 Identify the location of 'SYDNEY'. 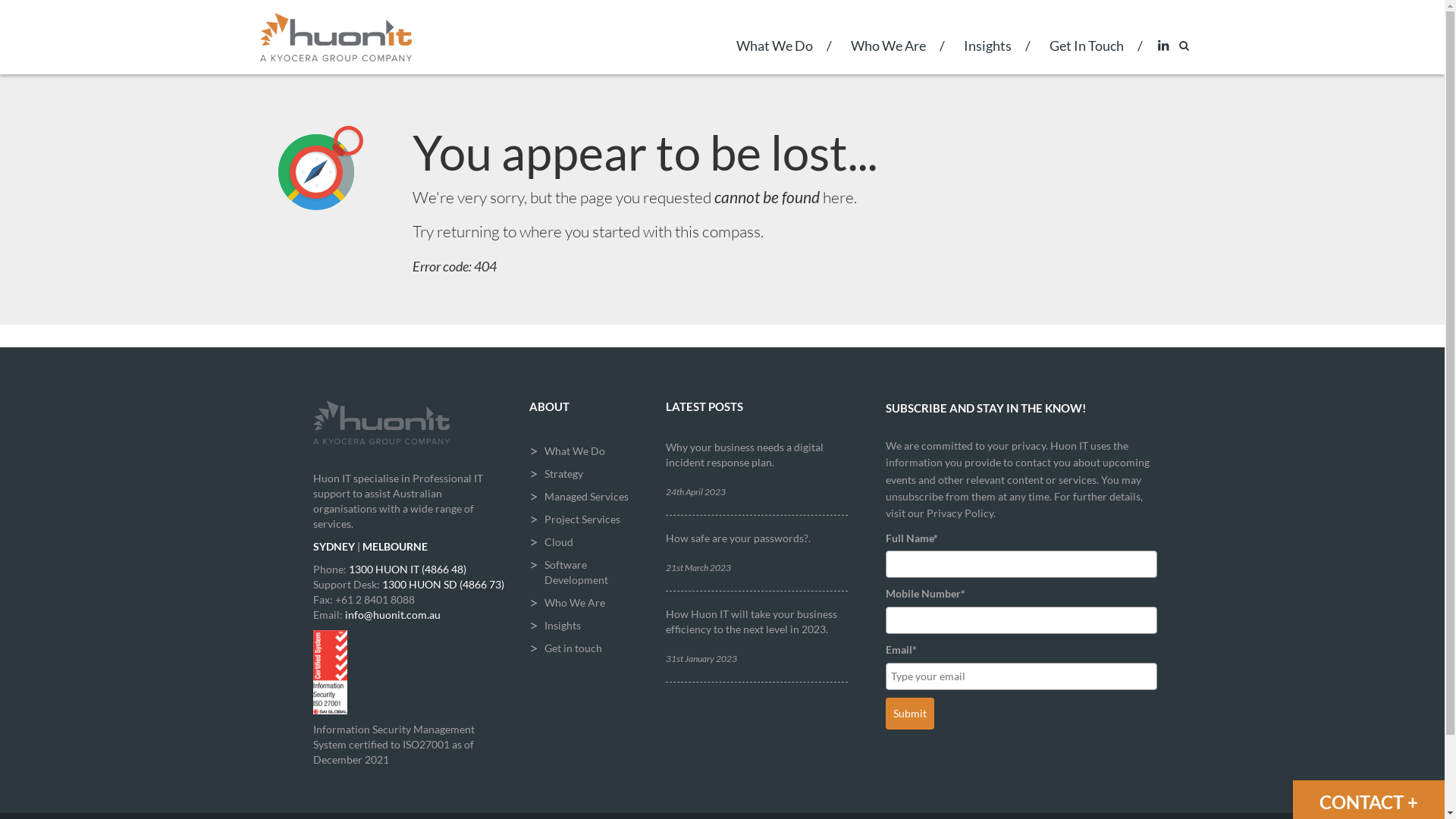
(312, 546).